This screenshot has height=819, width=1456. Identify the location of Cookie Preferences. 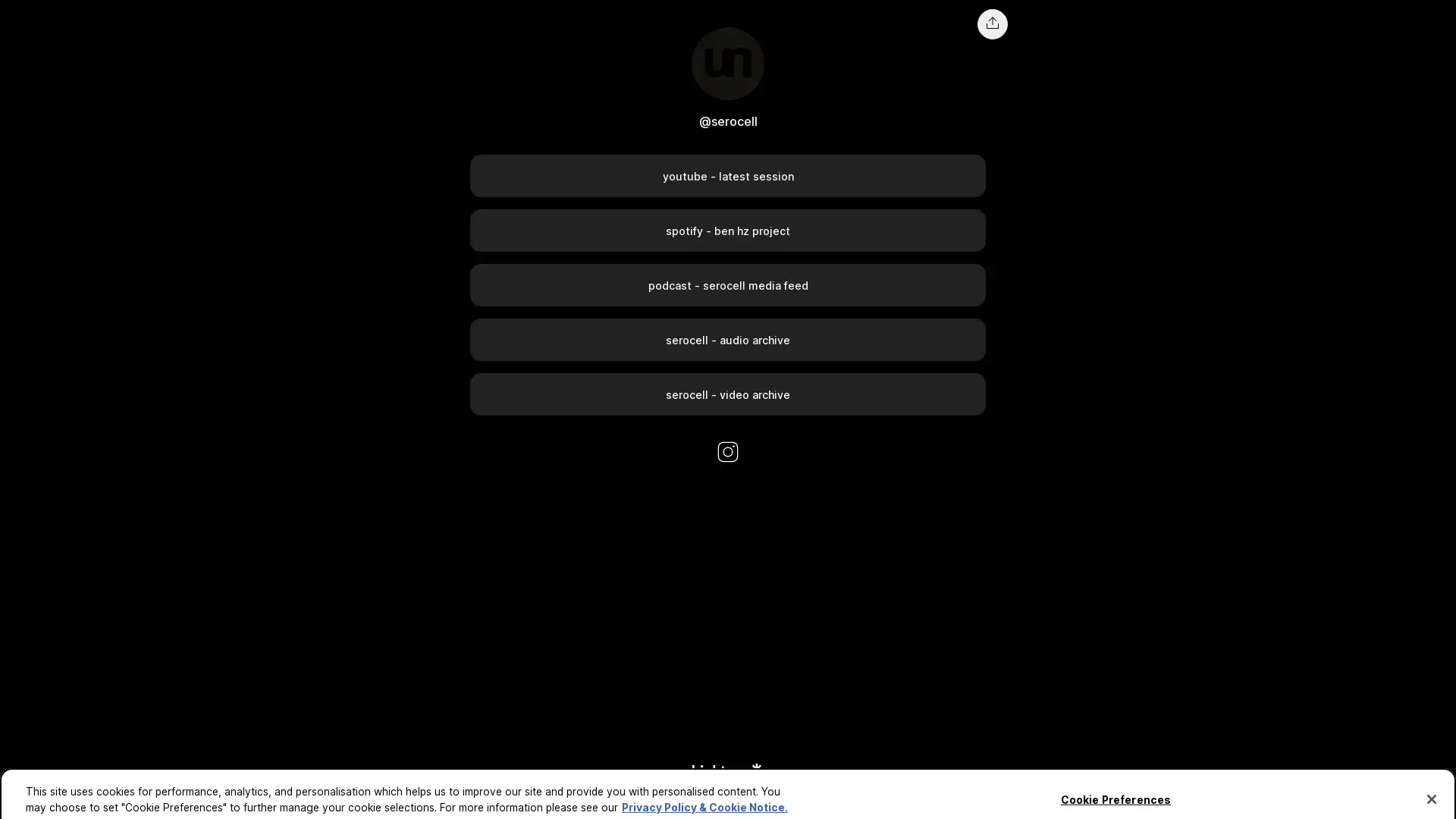
(1115, 784).